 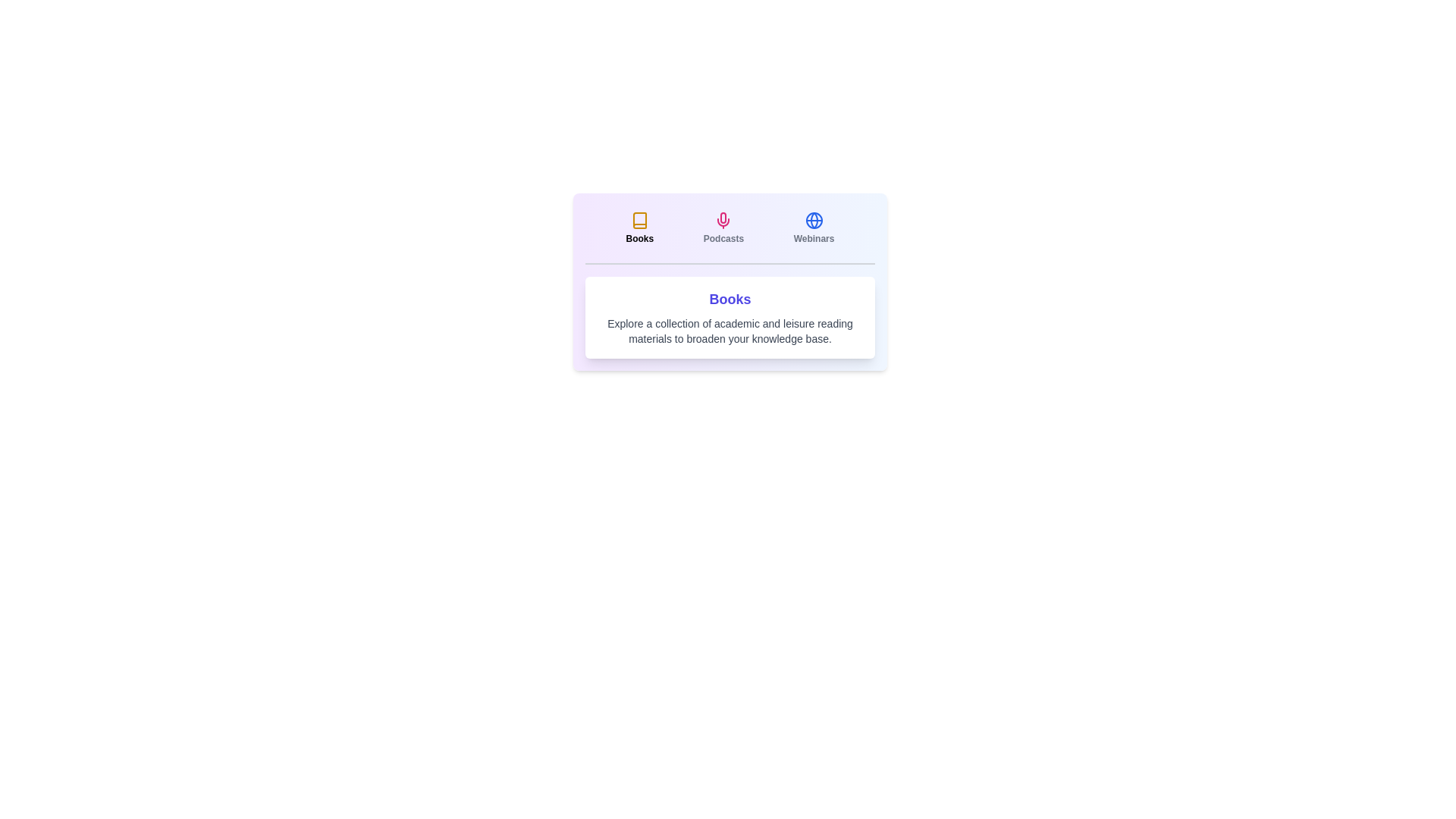 I want to click on the Books tab by clicking on it, so click(x=639, y=227).